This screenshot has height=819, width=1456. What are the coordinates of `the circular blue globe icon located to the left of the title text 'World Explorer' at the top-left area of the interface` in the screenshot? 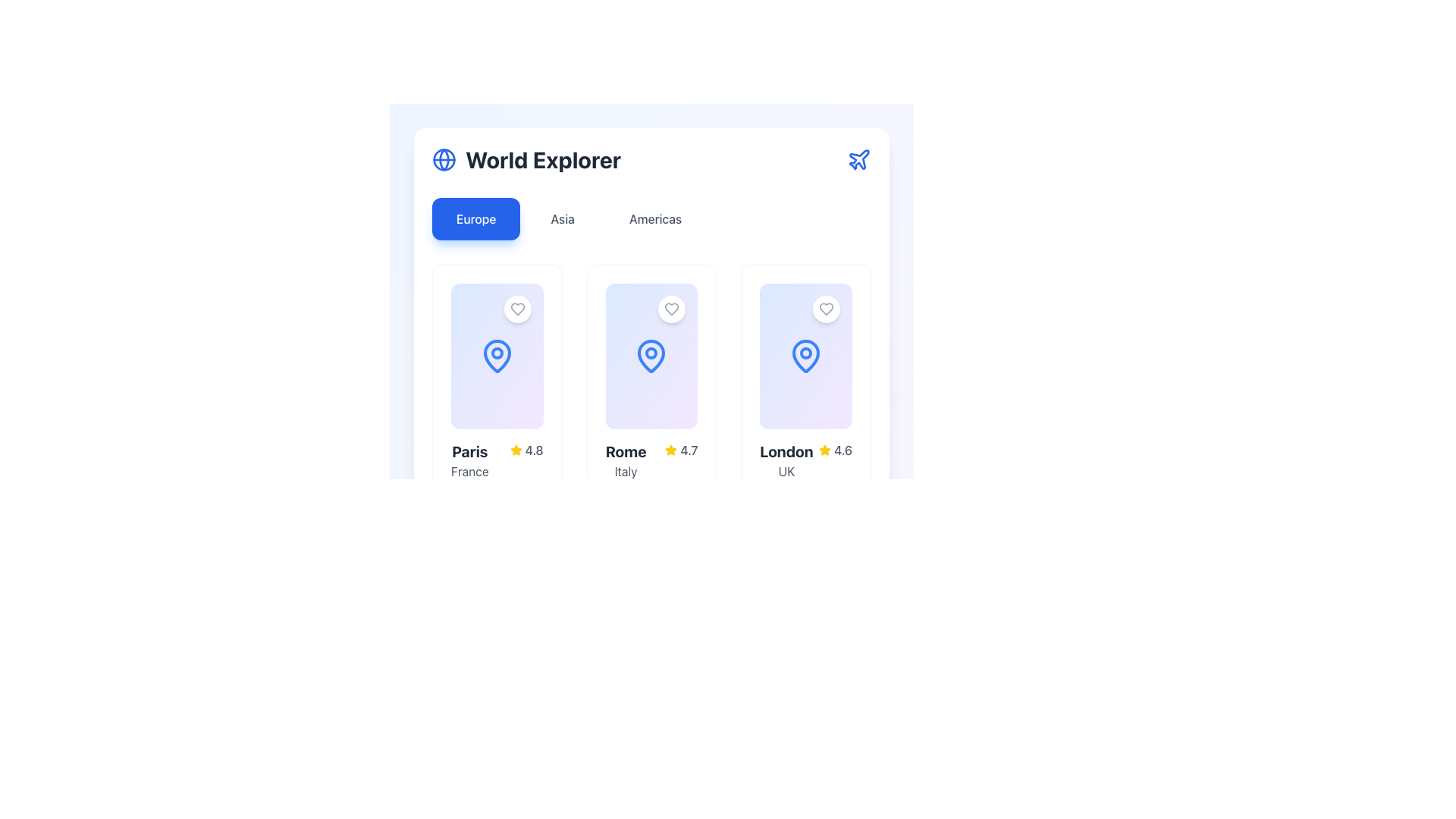 It's located at (443, 160).